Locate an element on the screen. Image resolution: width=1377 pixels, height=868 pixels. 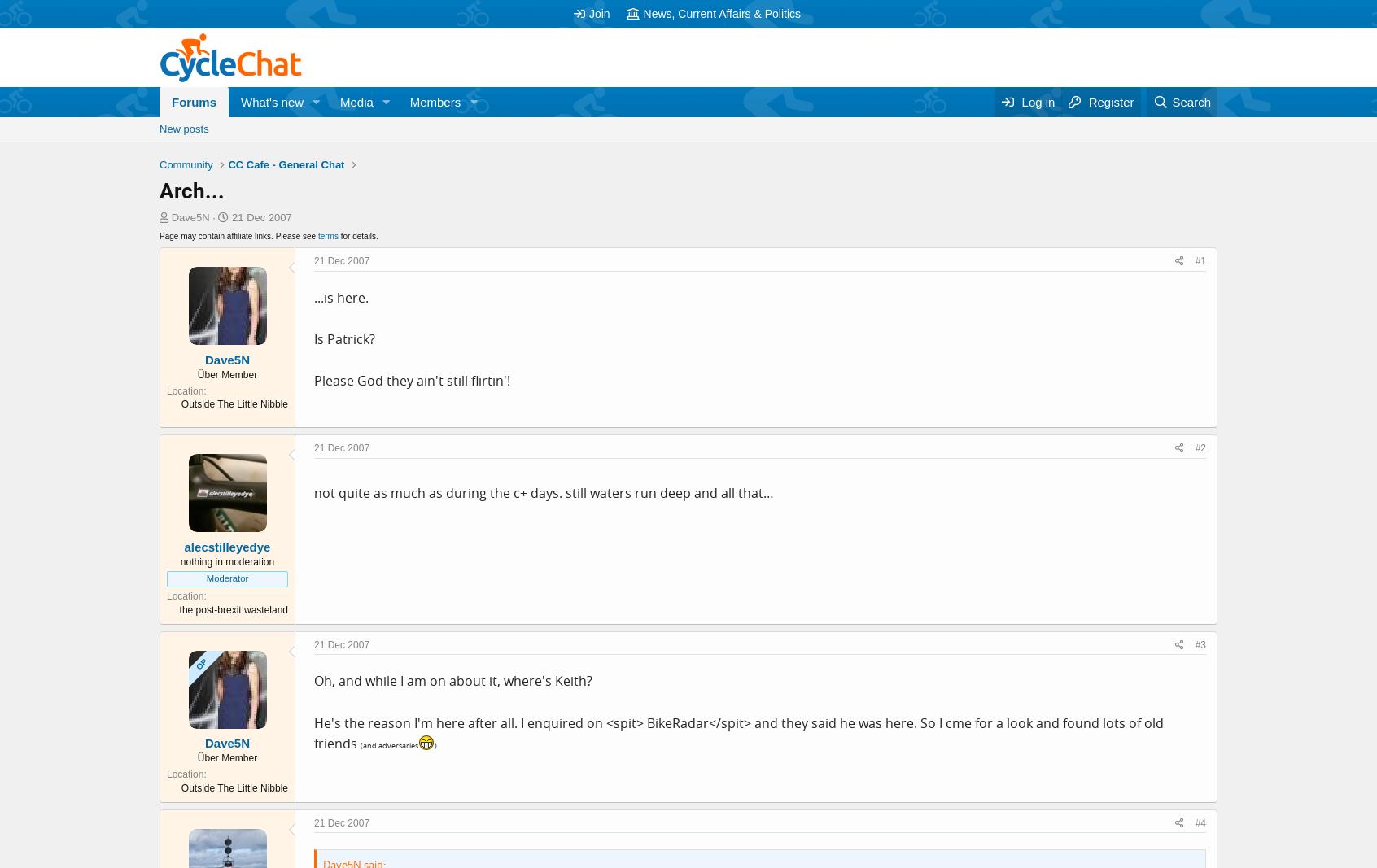
'Moderator' is located at coordinates (205, 578).